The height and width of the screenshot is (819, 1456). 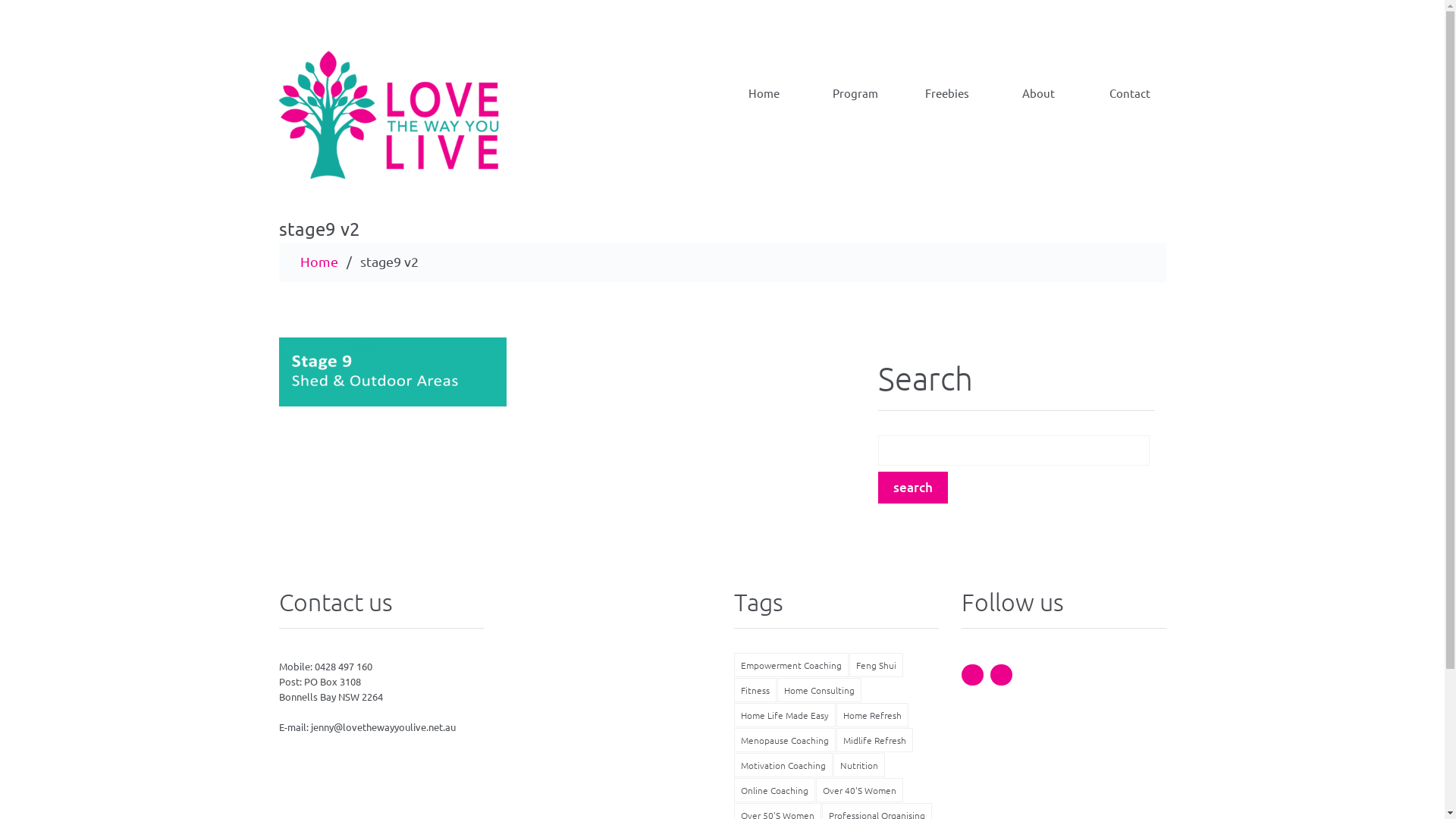 What do you see at coordinates (309, 726) in the screenshot?
I see `'jenny@lovethewayyoulive.net.au'` at bounding box center [309, 726].